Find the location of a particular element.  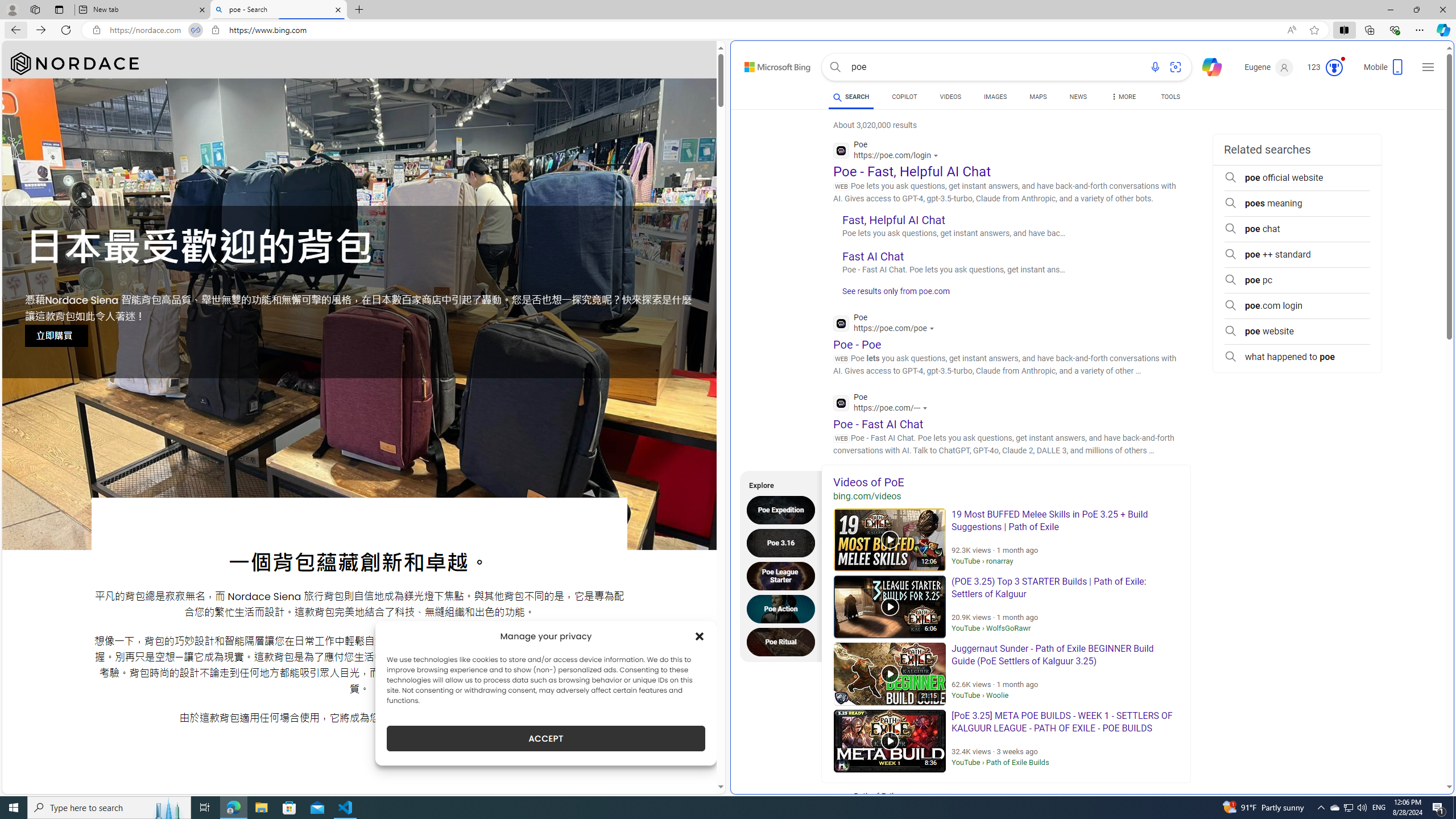

'Poe League Starter' is located at coordinates (783, 575).